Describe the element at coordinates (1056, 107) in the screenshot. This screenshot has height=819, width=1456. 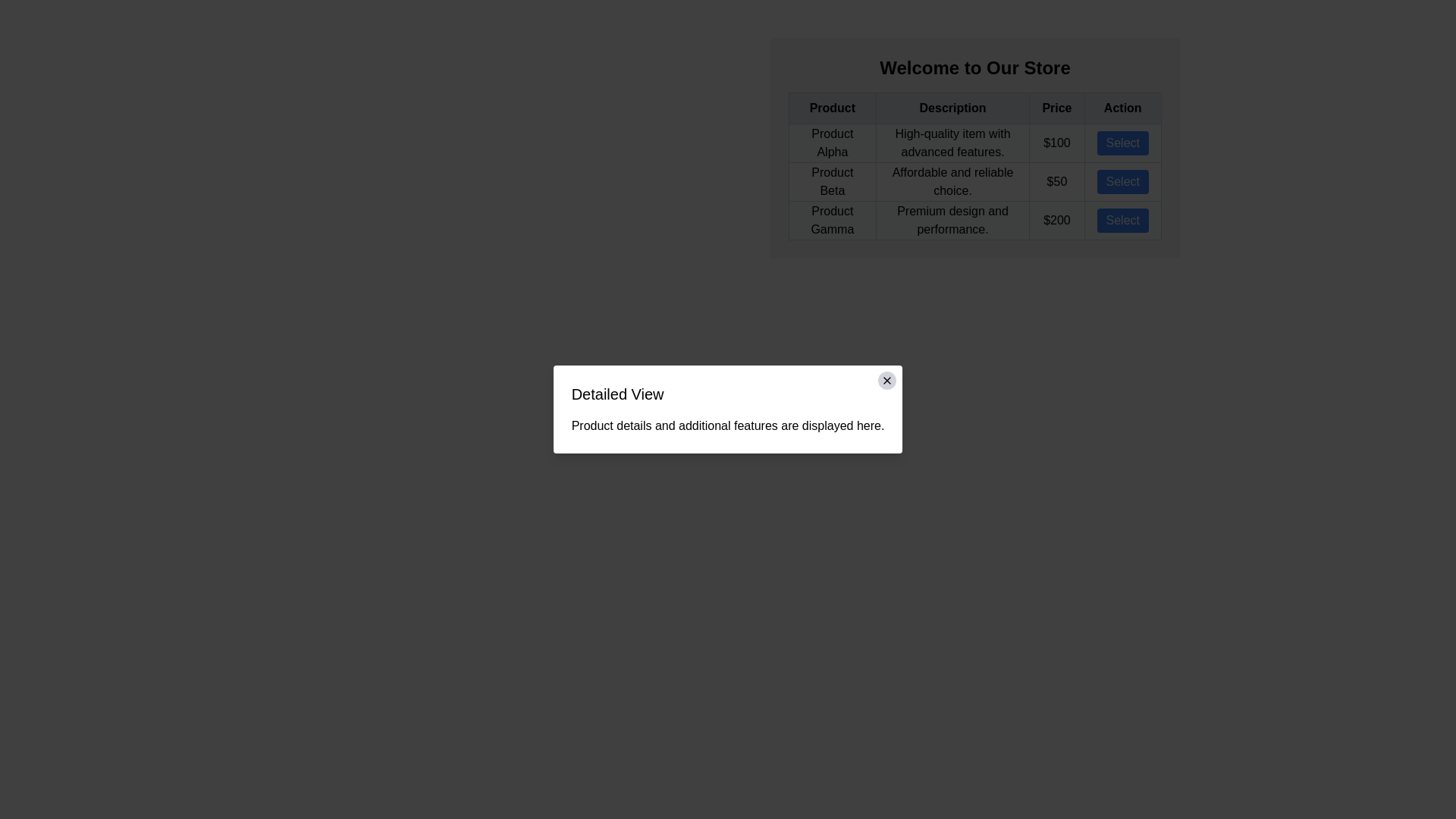
I see `the Table Header Cell labeled 'Price', which is styled with centered black text on a gray background, positioned between 'Description' and 'Action' under the 'Welcome to Our Store' heading` at that location.